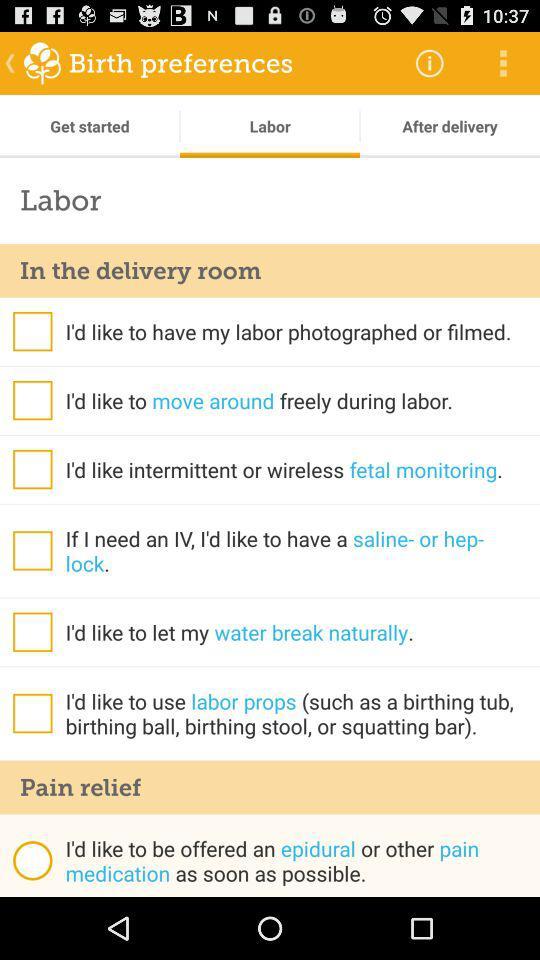  I want to click on empty check box, so click(31, 713).